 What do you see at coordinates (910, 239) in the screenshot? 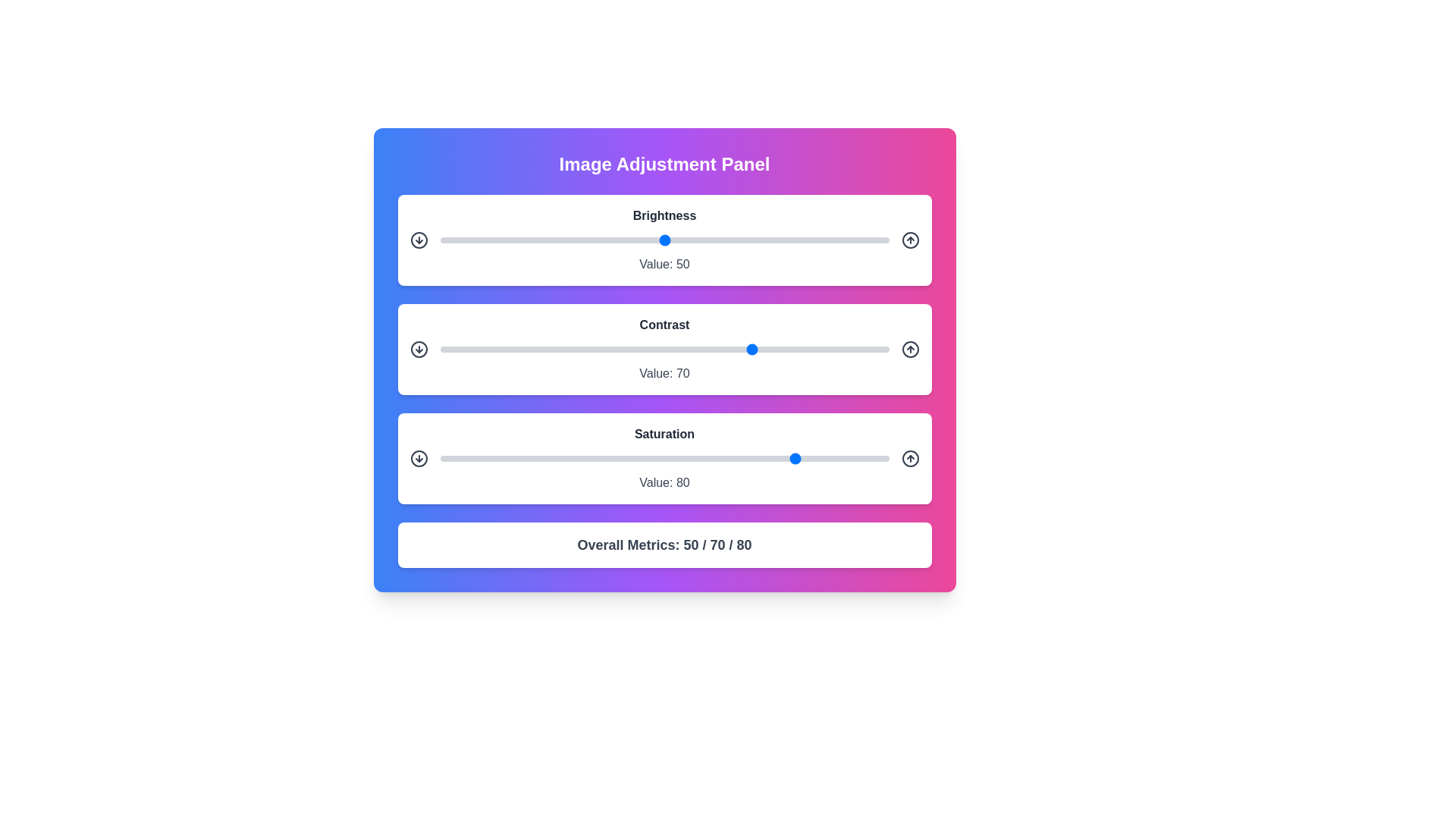
I see `the upward pointing arrow icon inside the circular outline button located at the far right of the horizontal group of elements` at bounding box center [910, 239].